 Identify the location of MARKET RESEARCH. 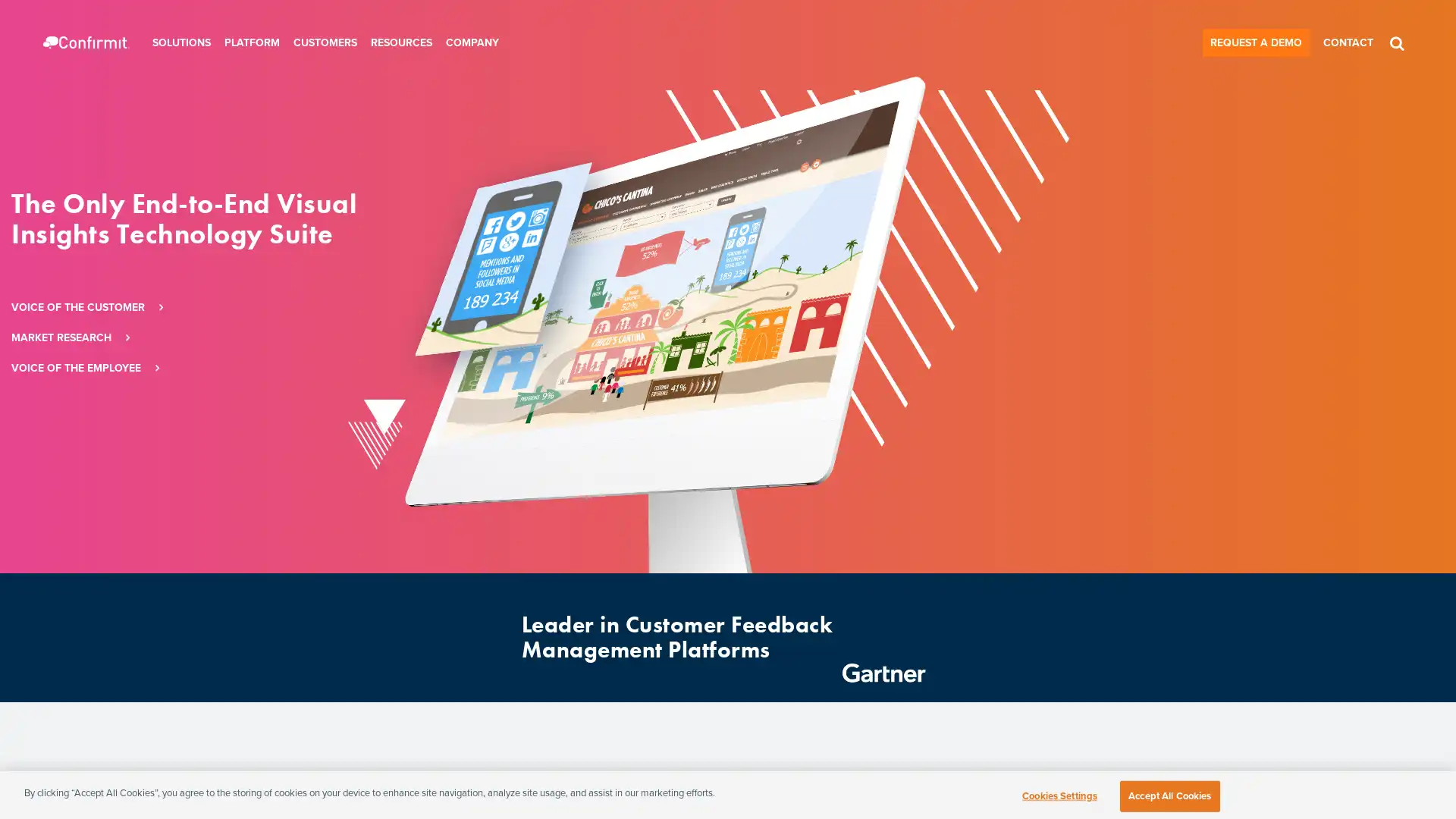
(356, 337).